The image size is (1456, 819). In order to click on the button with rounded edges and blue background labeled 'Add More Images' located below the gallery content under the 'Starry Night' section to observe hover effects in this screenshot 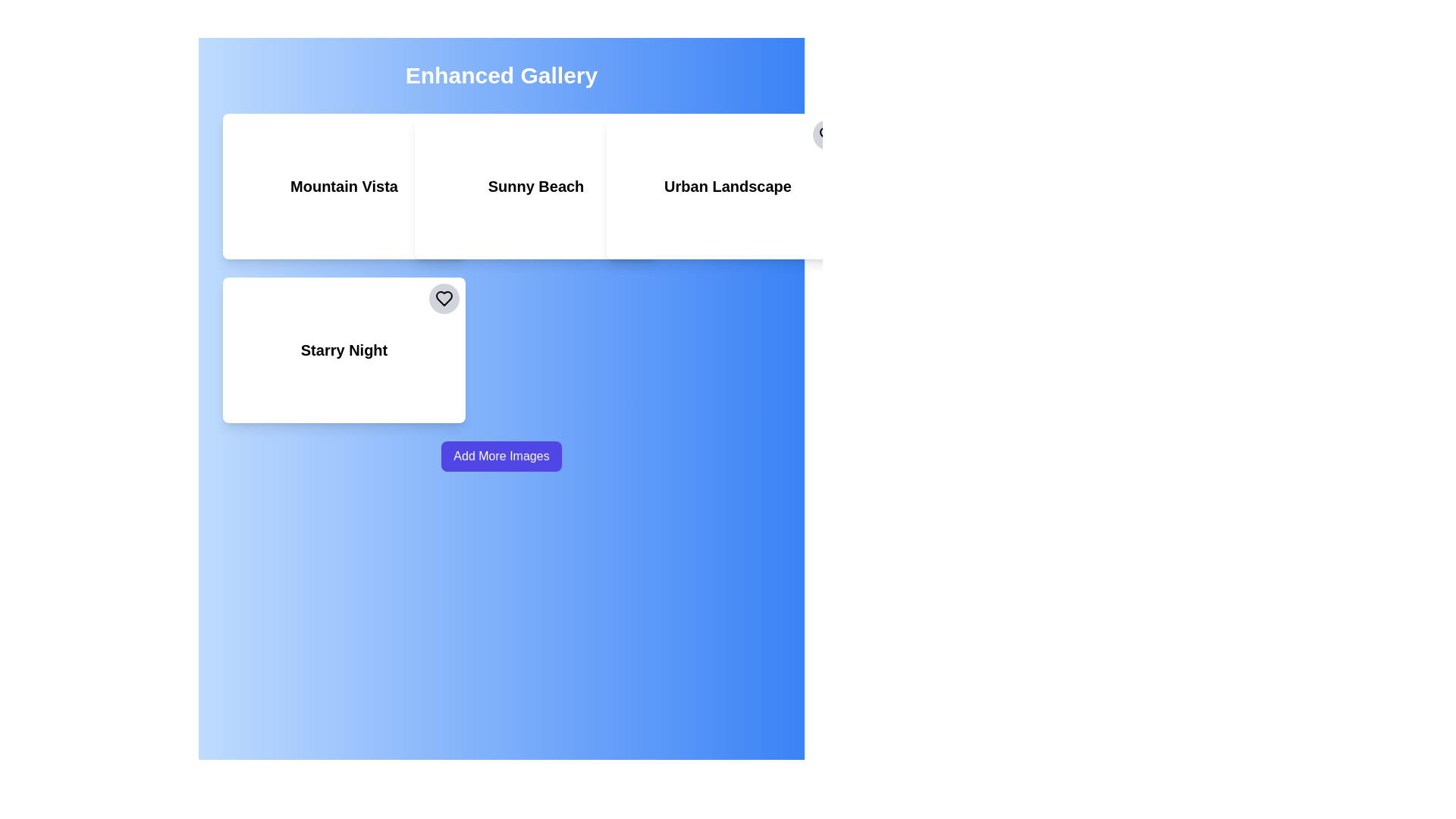, I will do `click(501, 455)`.